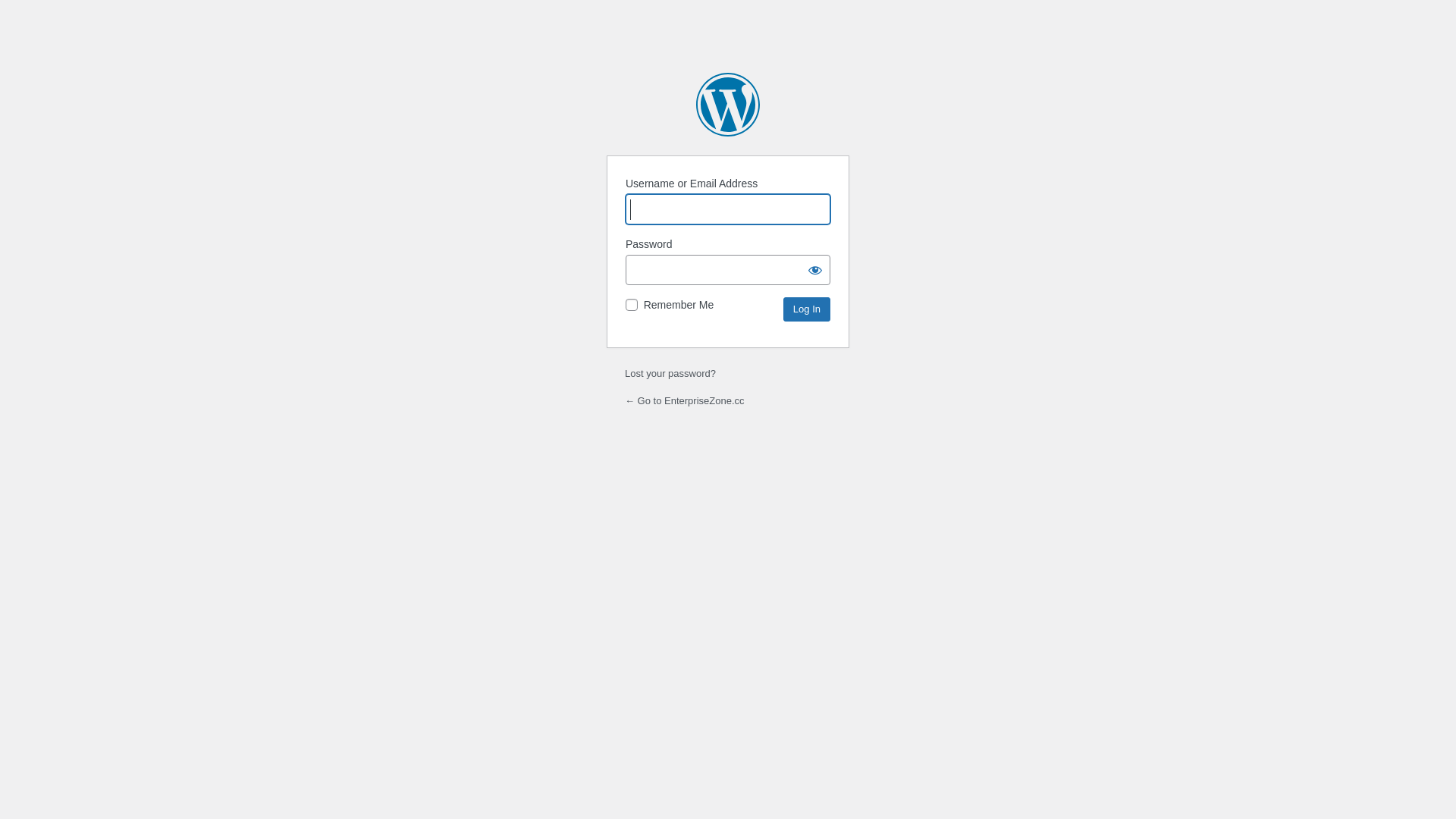 This screenshot has width=1456, height=819. Describe the element at coordinates (806, 309) in the screenshot. I see `'Log In'` at that location.